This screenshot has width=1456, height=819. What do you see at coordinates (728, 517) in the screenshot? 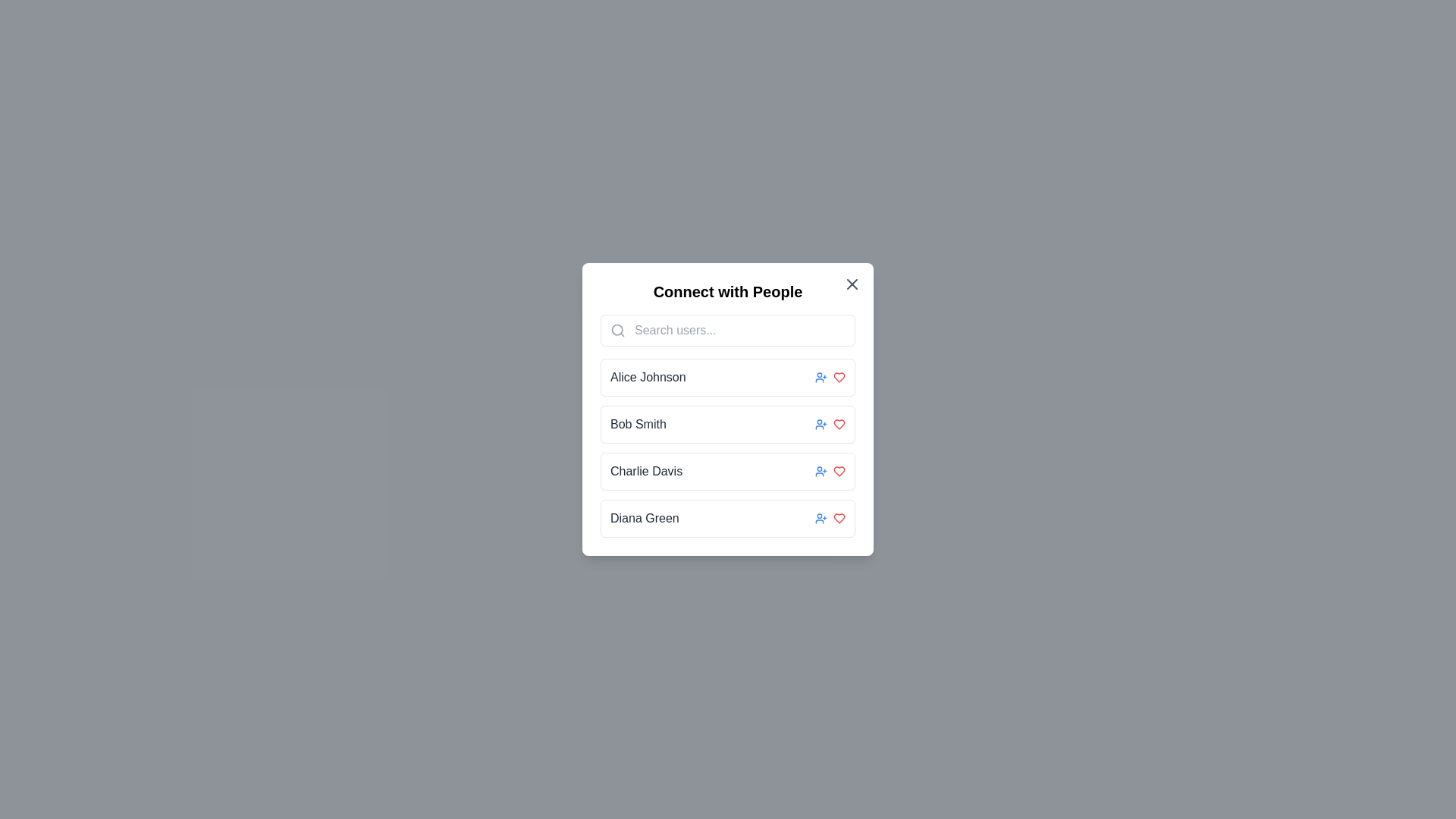
I see `the horizontal list item featuring 'Diana Green' with a white background and rounded rectangle, positioned as the fourth entry in a vertical list` at bounding box center [728, 517].